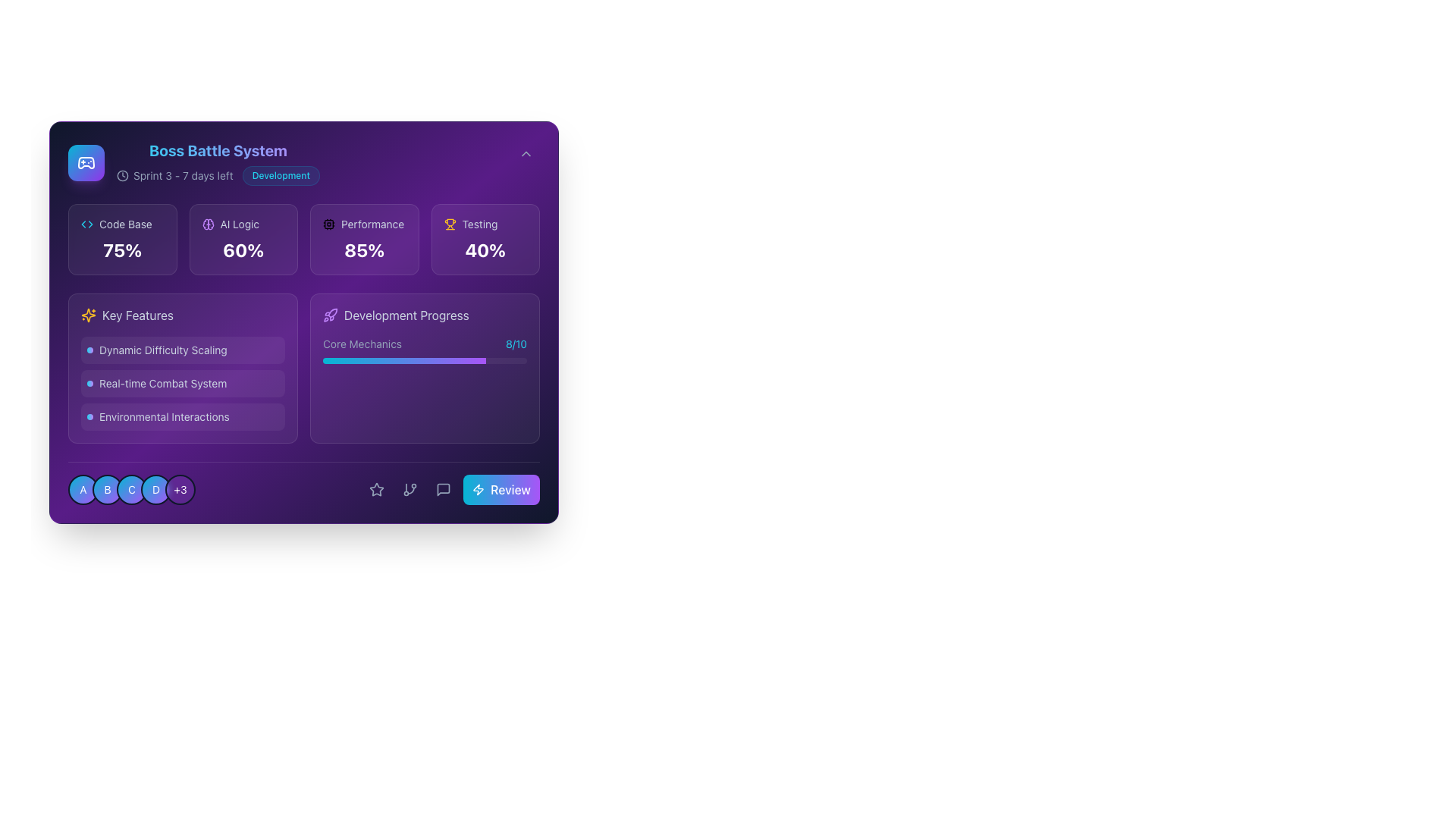  I want to click on the 'Real-time Combat System' text label, so click(182, 382).